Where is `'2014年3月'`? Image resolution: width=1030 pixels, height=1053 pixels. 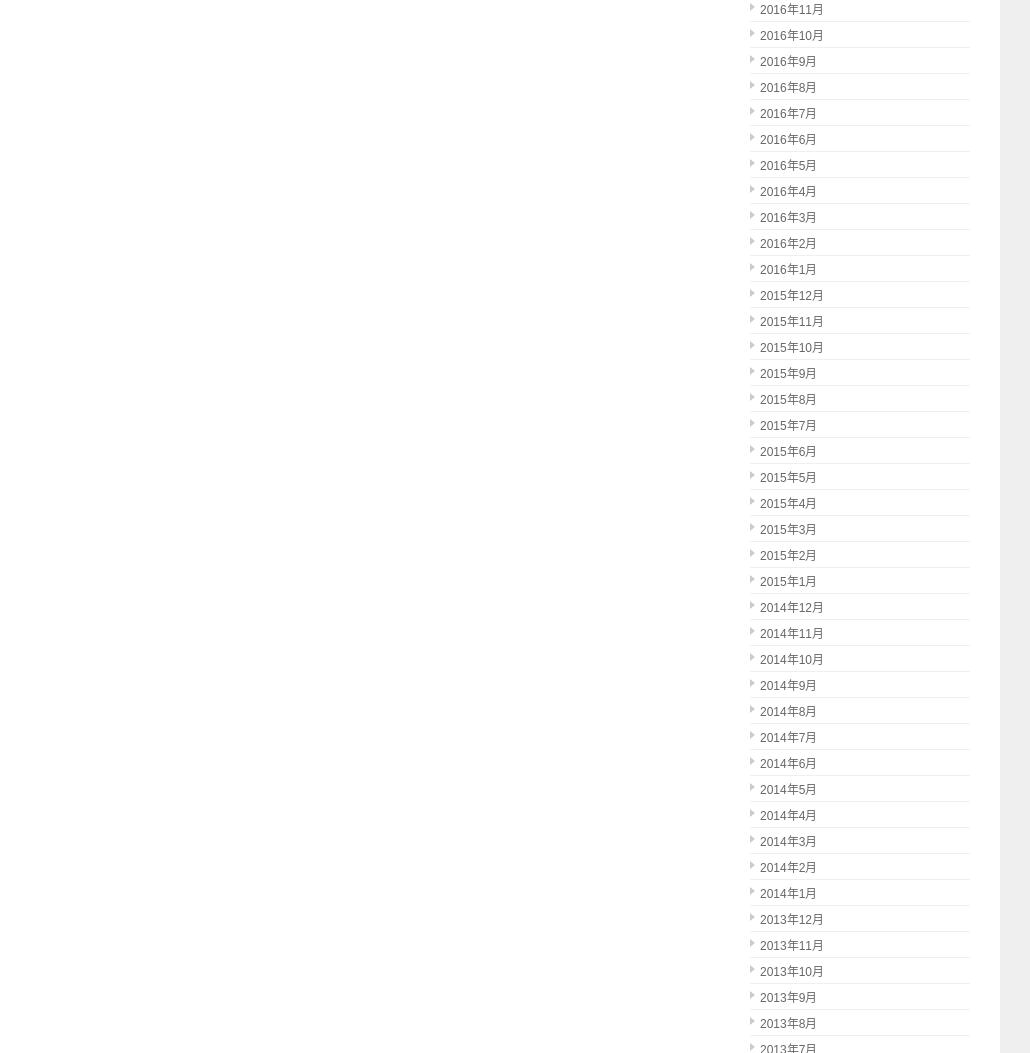
'2014年3月' is located at coordinates (760, 840).